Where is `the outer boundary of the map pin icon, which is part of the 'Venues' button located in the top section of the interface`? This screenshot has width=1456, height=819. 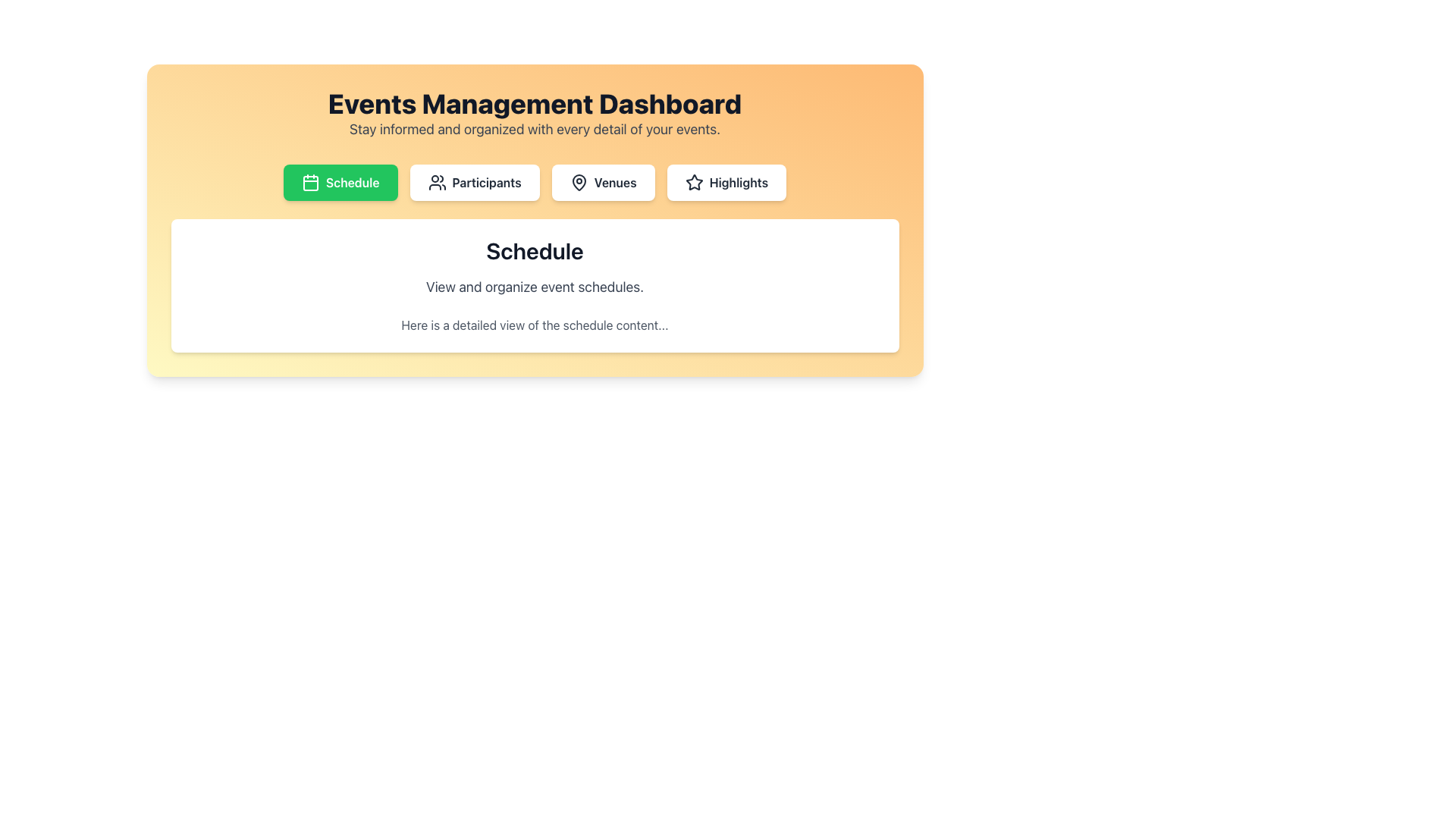 the outer boundary of the map pin icon, which is part of the 'Venues' button located in the top section of the interface is located at coordinates (578, 181).